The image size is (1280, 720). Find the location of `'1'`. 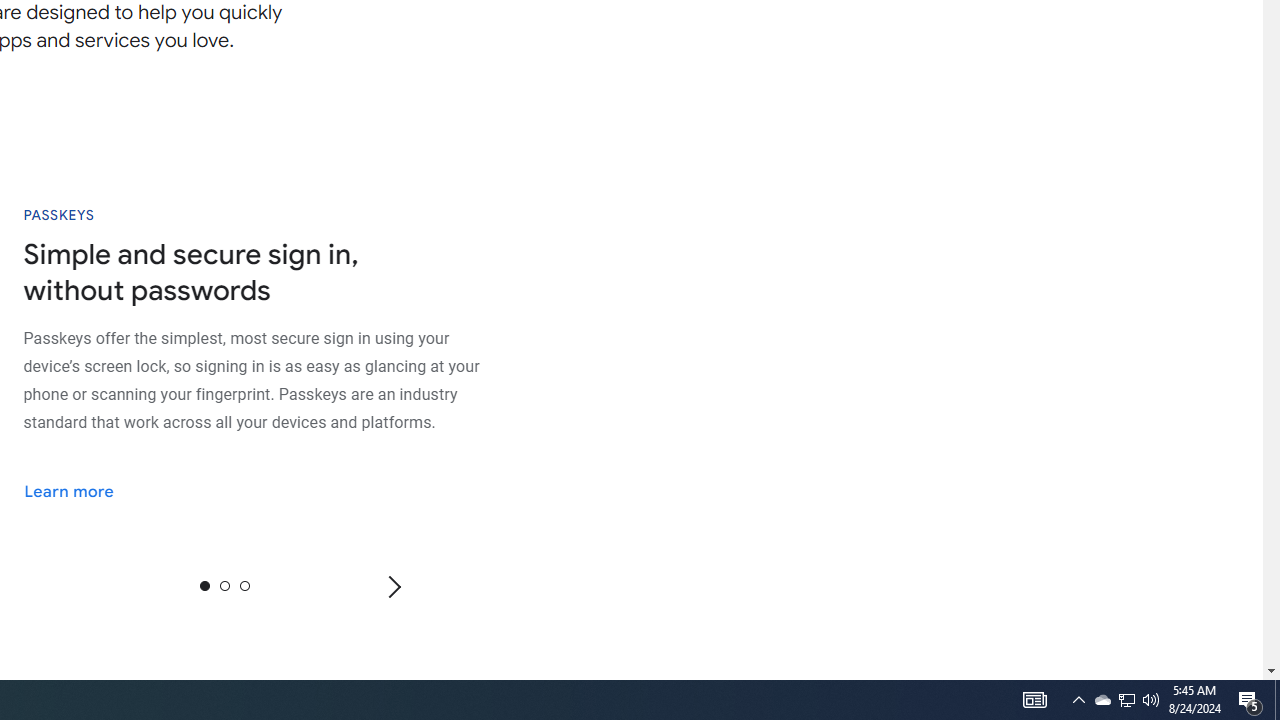

'1' is located at coordinates (224, 585).